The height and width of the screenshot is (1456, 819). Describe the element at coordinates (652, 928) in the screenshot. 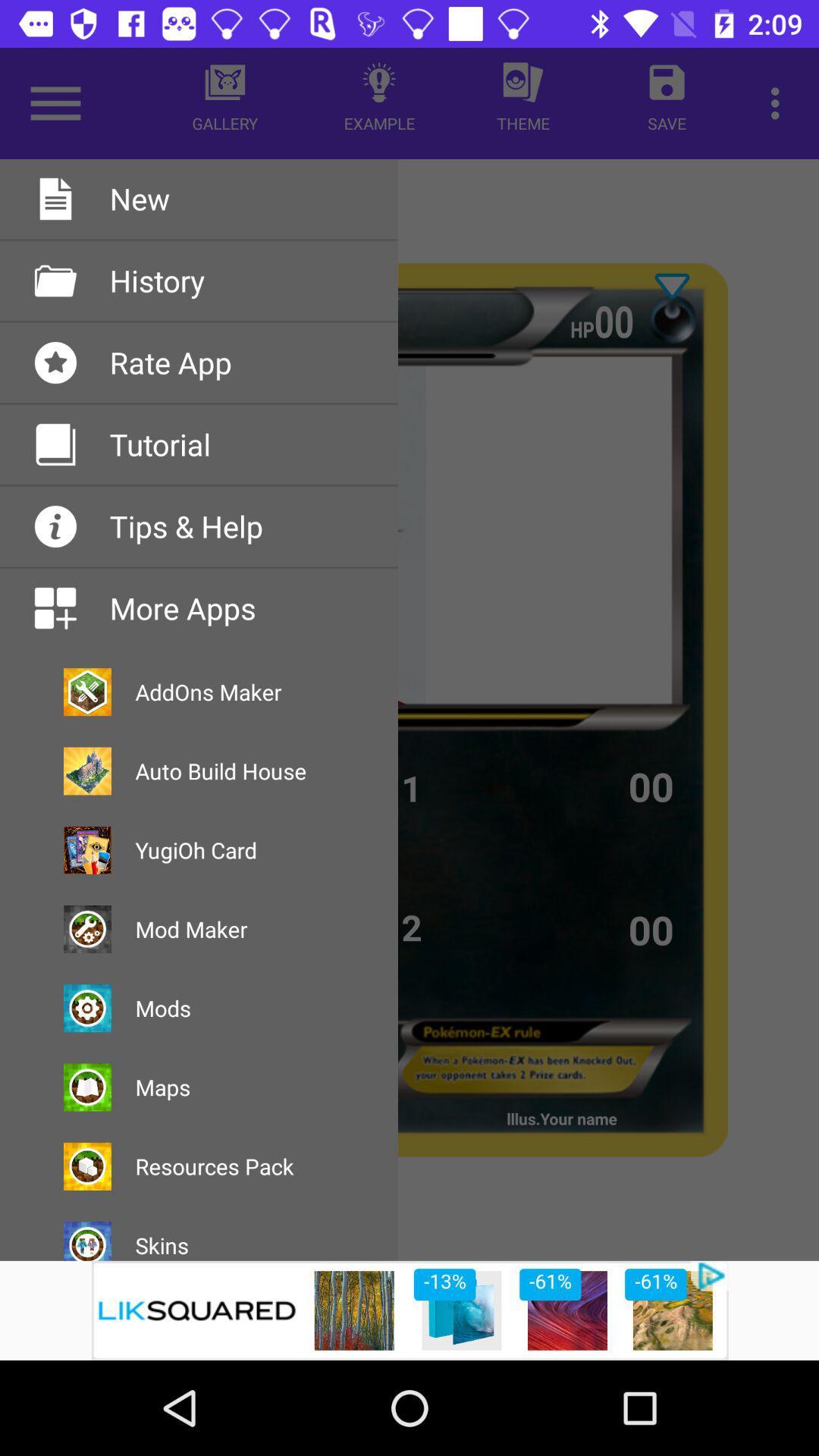

I see `the number 00 at right side of the number 2` at that location.